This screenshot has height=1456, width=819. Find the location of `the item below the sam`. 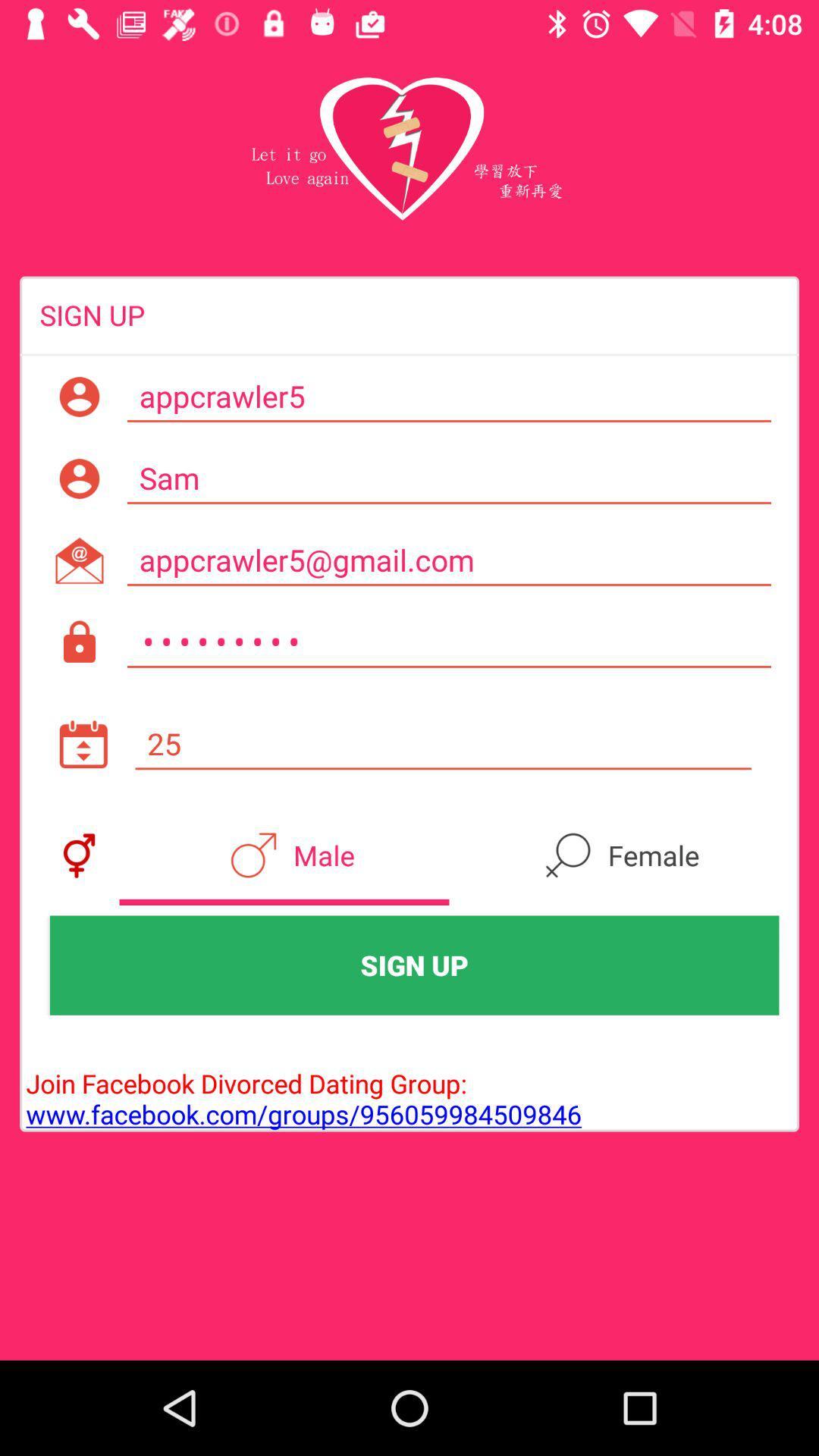

the item below the sam is located at coordinates (448, 560).